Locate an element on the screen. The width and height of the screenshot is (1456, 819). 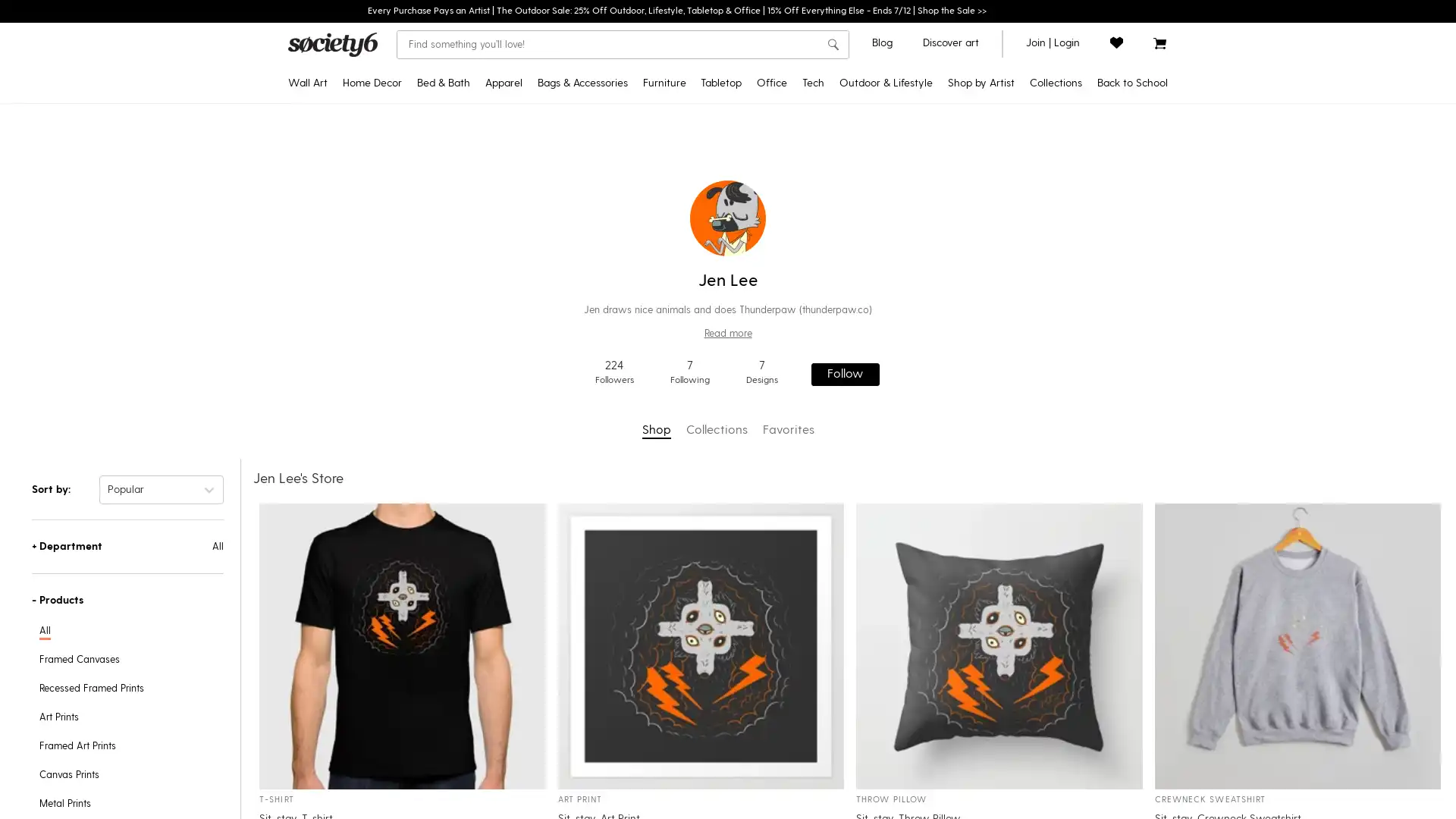
Leggings is located at coordinates (551, 292).